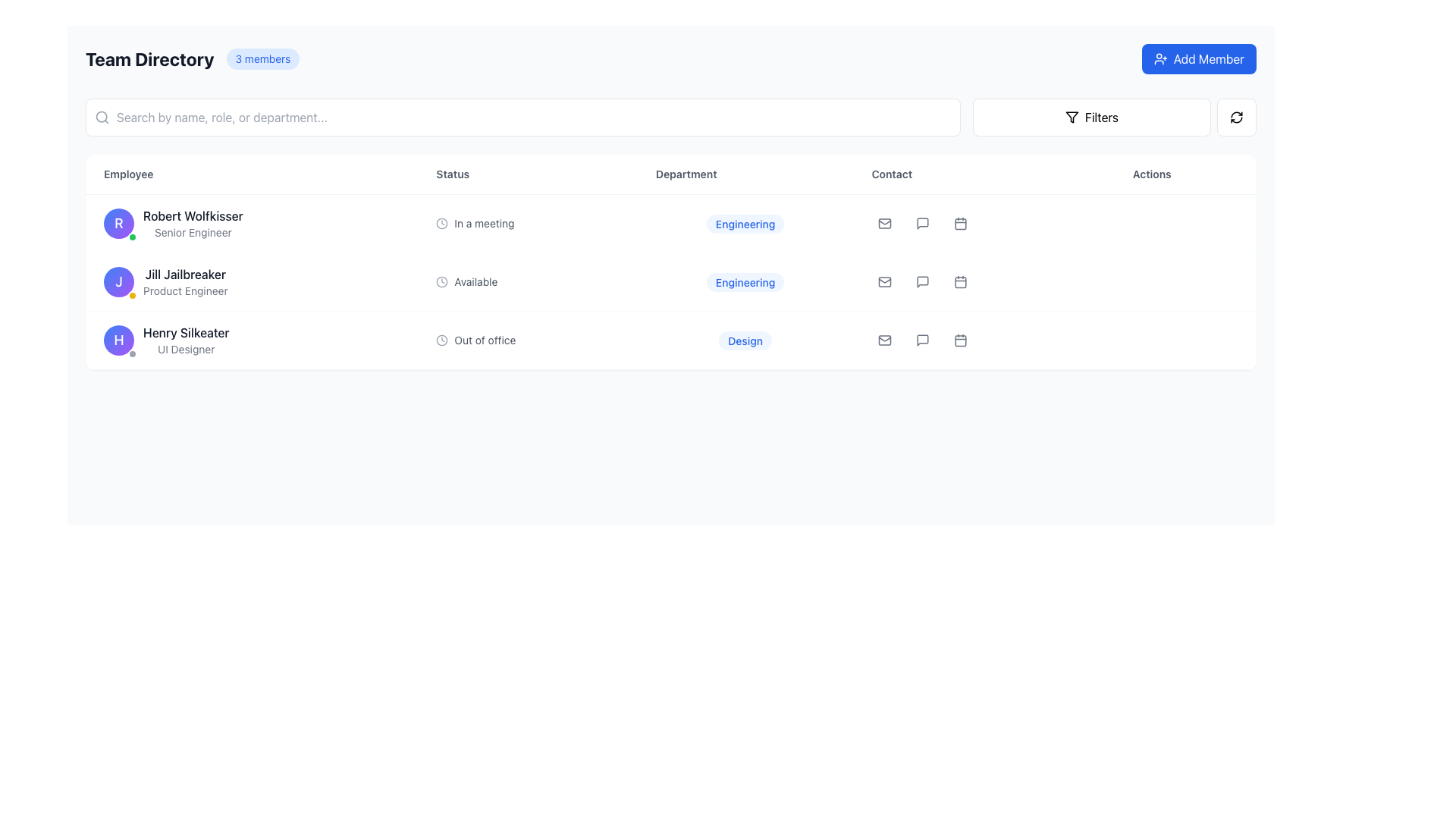  What do you see at coordinates (118, 339) in the screenshot?
I see `the circular profile icon with a gradient background featuring a white 'H' character, representing 'Henry Silkeater' in the Employee column` at bounding box center [118, 339].